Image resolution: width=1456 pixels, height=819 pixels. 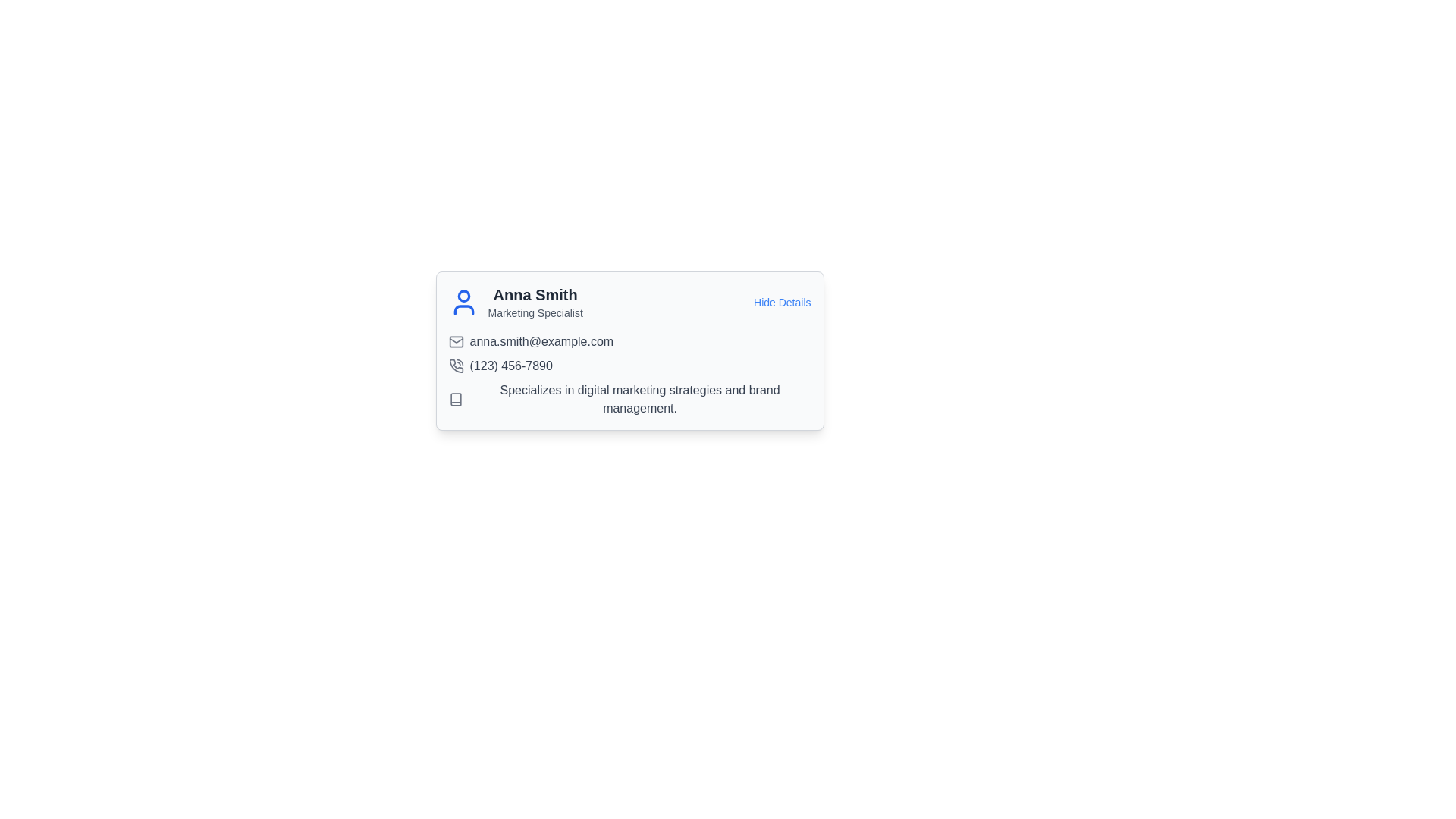 What do you see at coordinates (535, 295) in the screenshot?
I see `the title text element which serves as the main identifying name for the profile, located above the text 'Marketing Specialist'` at bounding box center [535, 295].